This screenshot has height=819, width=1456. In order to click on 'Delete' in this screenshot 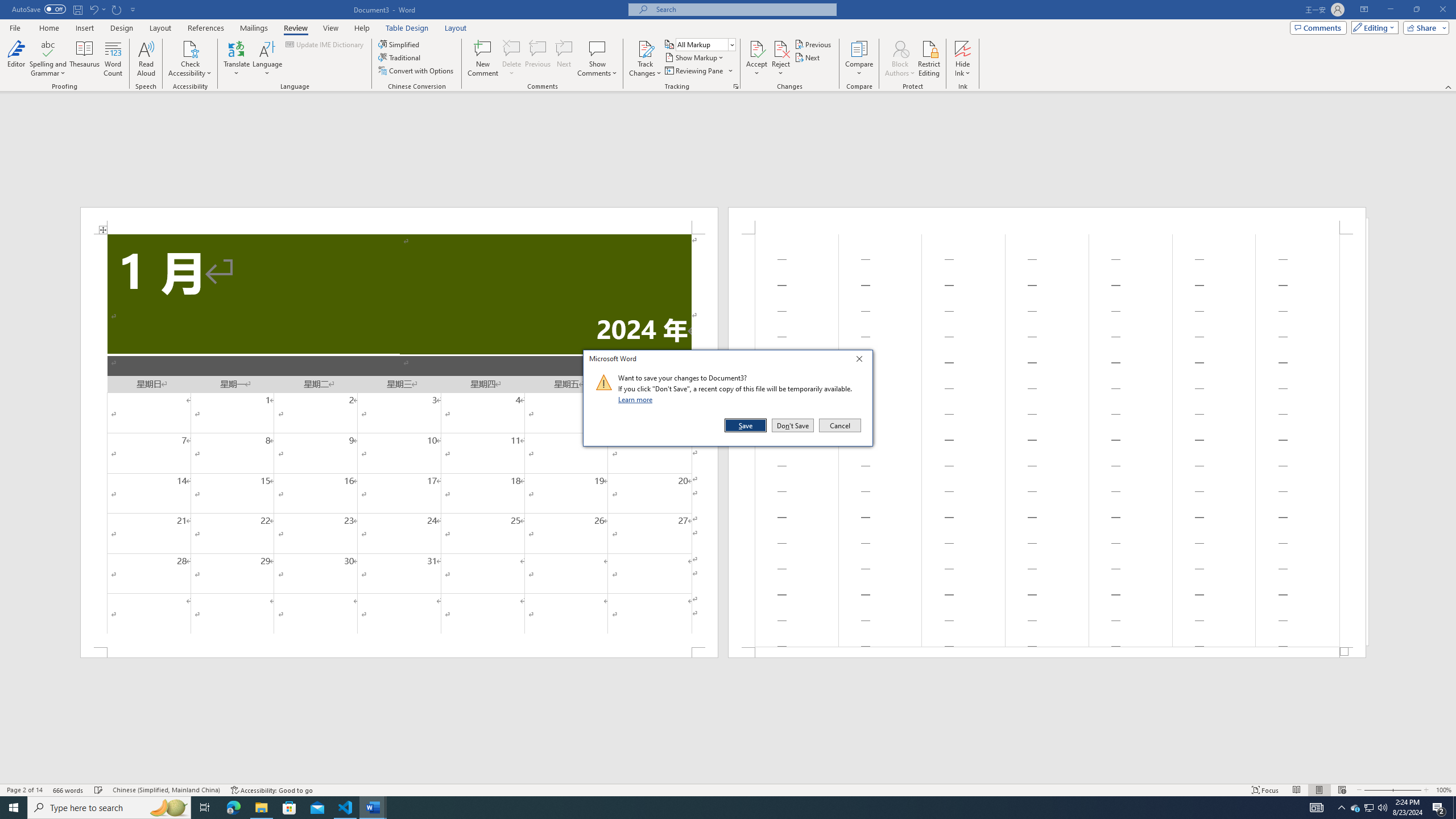, I will do `click(511, 48)`.